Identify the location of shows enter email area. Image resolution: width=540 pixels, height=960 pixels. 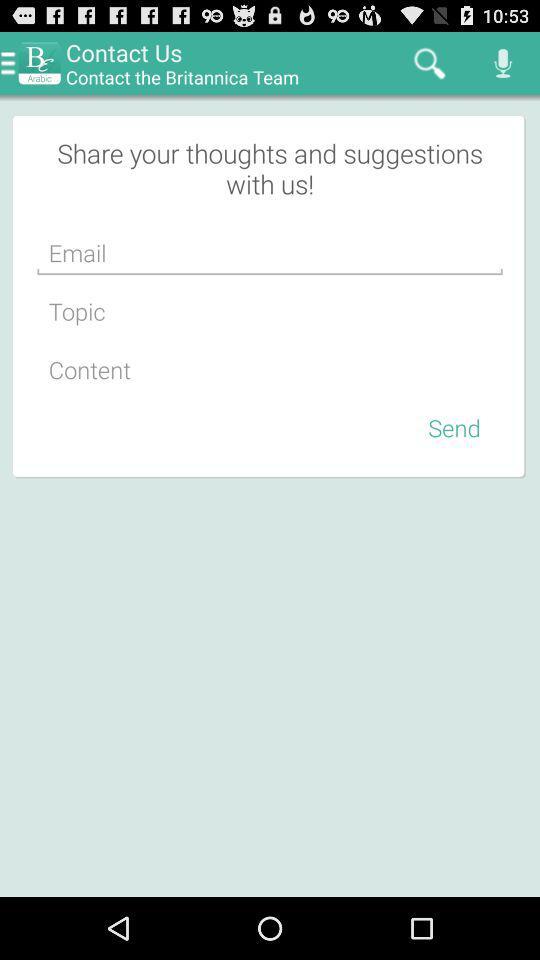
(270, 252).